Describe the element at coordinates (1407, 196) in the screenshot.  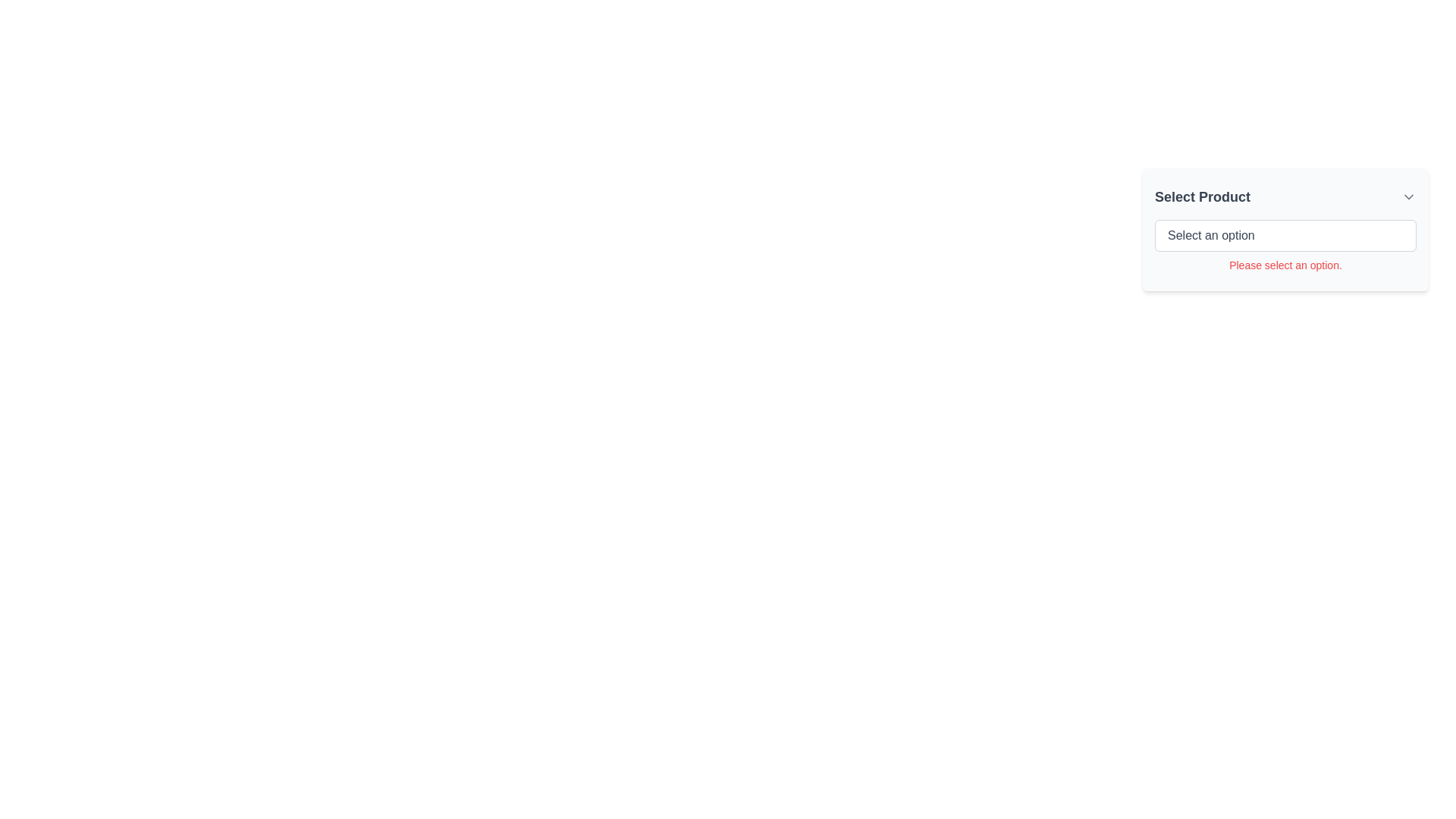
I see `the downward pointing chevron icon, which is gray and located to the far right of the 'Select Product' label` at that location.